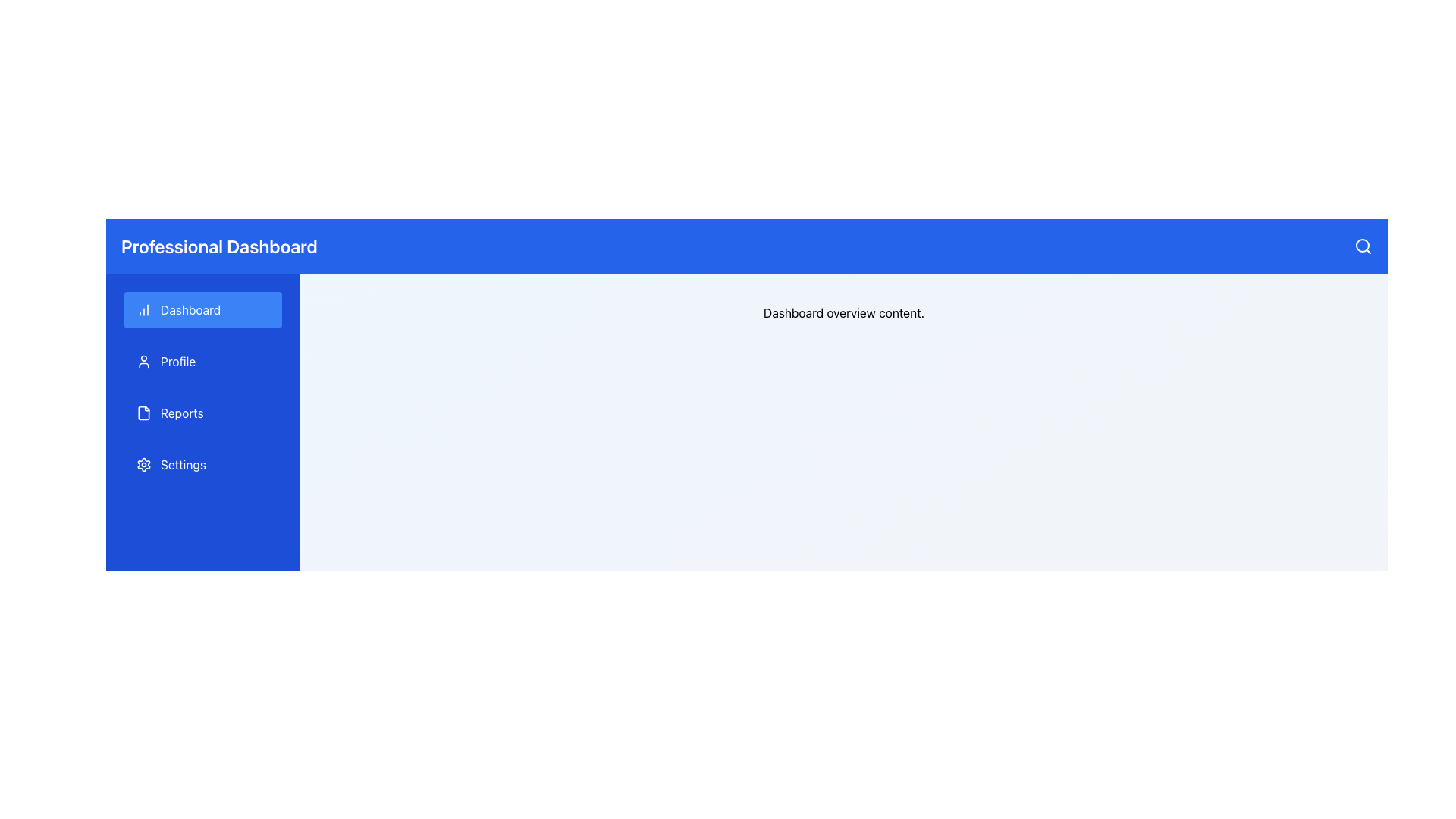 This screenshot has height=819, width=1456. What do you see at coordinates (144, 413) in the screenshot?
I see `the minimalistic outline file icon located beside the 'Reports' text label in the left navigation menu` at bounding box center [144, 413].